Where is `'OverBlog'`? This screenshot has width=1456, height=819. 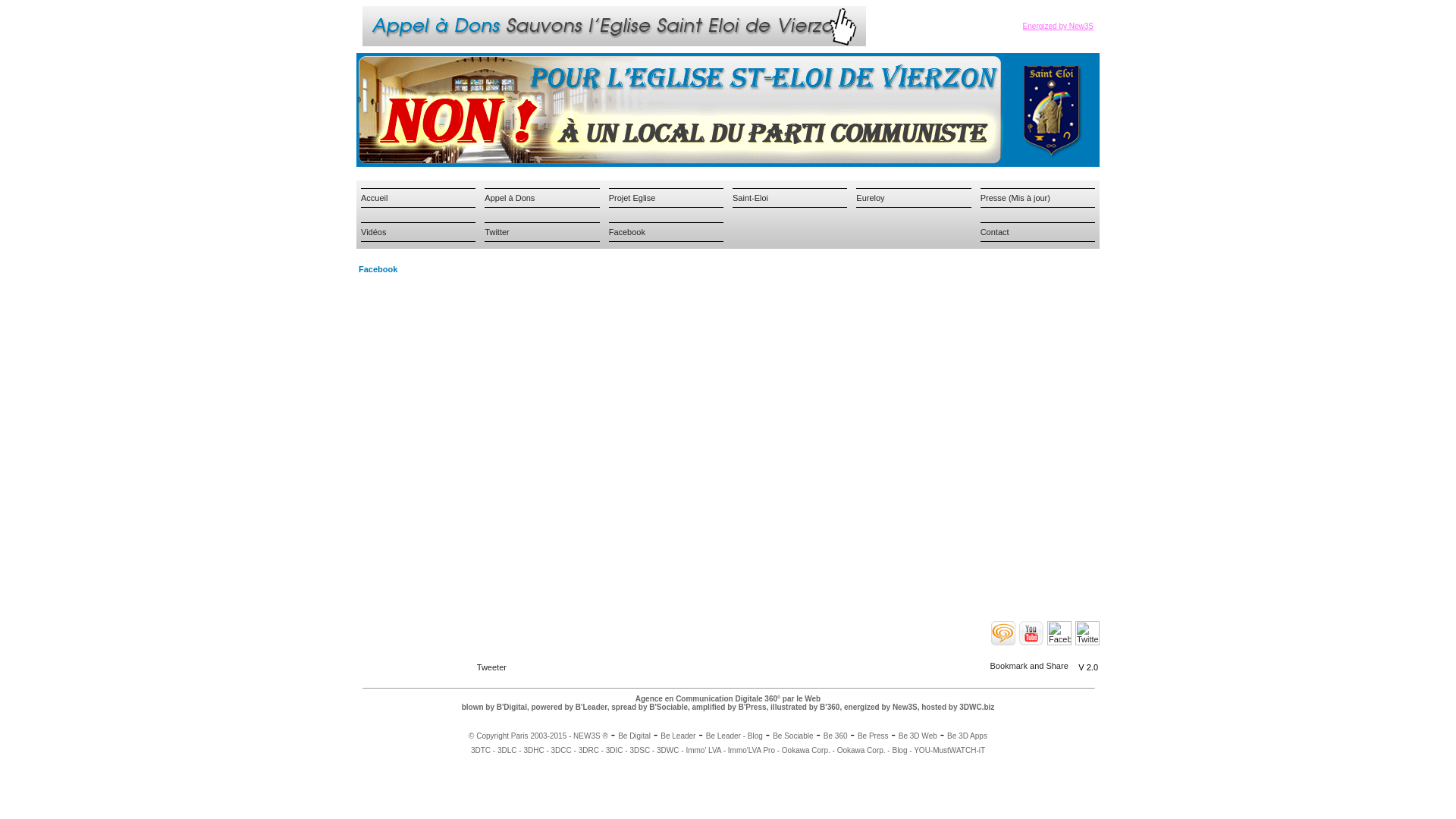 'OverBlog' is located at coordinates (990, 632).